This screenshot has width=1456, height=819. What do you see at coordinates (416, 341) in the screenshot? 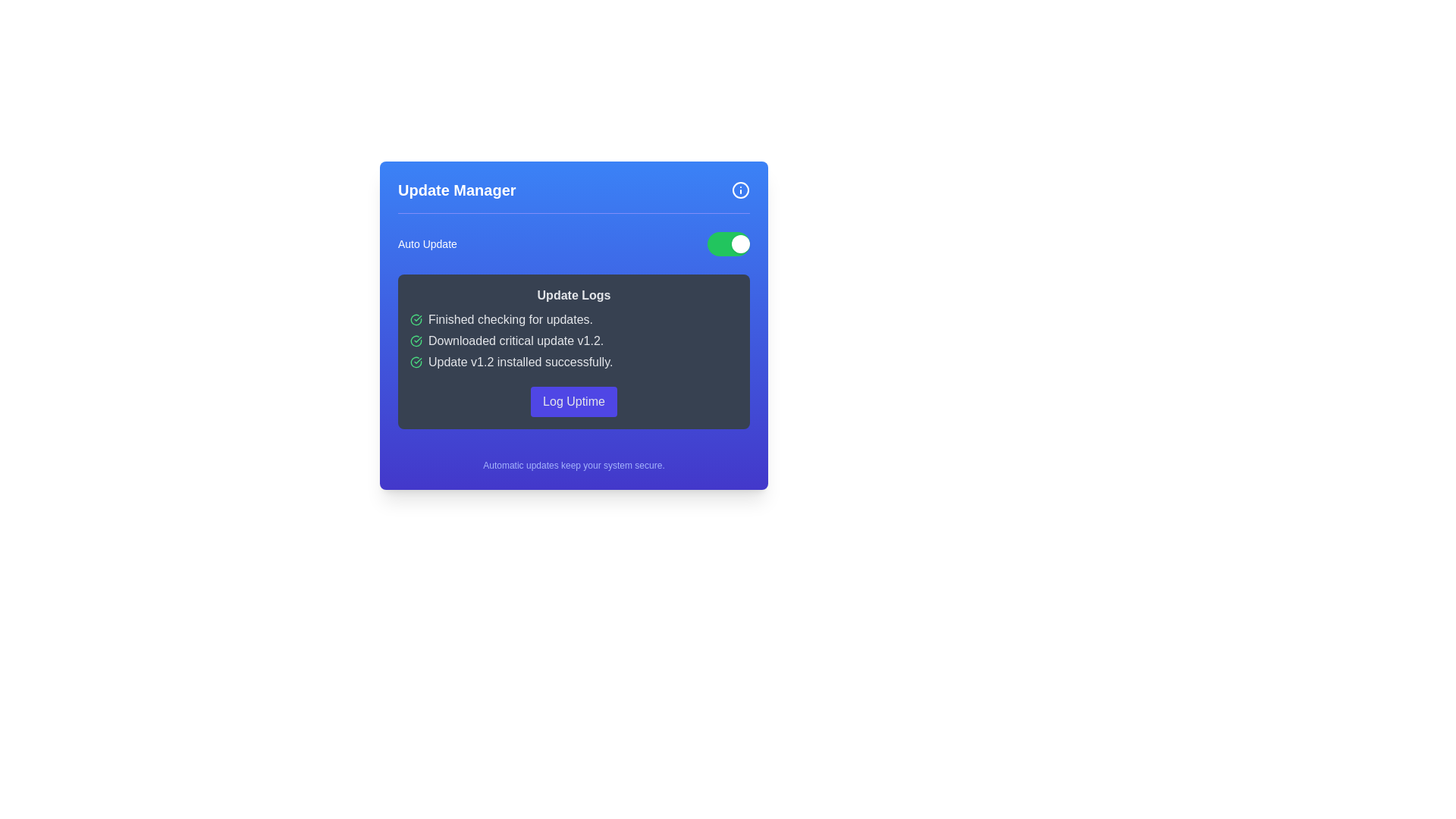
I see `the icon that indicates the successful completion of the action 'Downloaded critical update v1.2.' located at the beginning of the row in the update logs` at bounding box center [416, 341].